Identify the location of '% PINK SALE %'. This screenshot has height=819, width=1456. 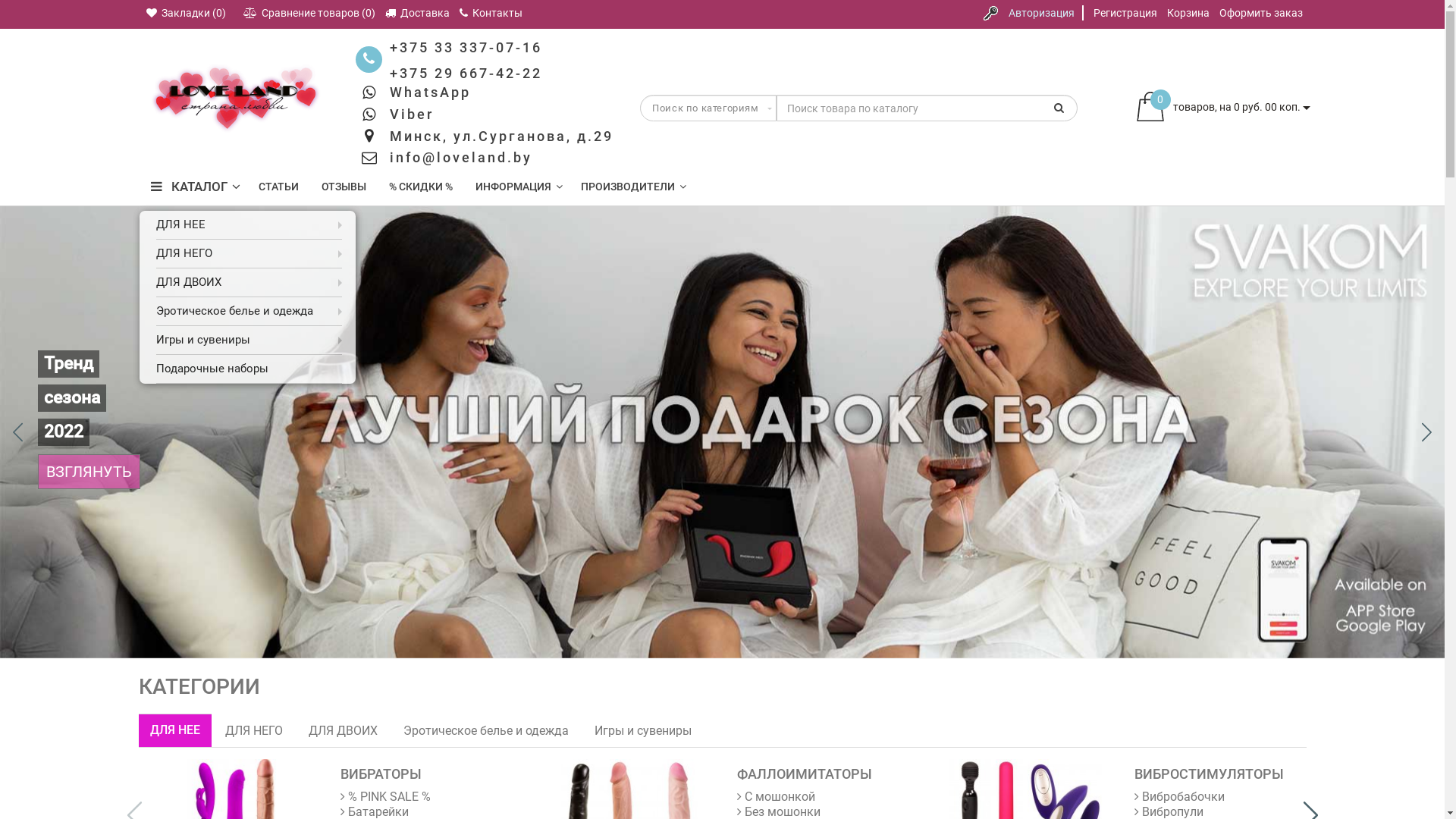
(385, 795).